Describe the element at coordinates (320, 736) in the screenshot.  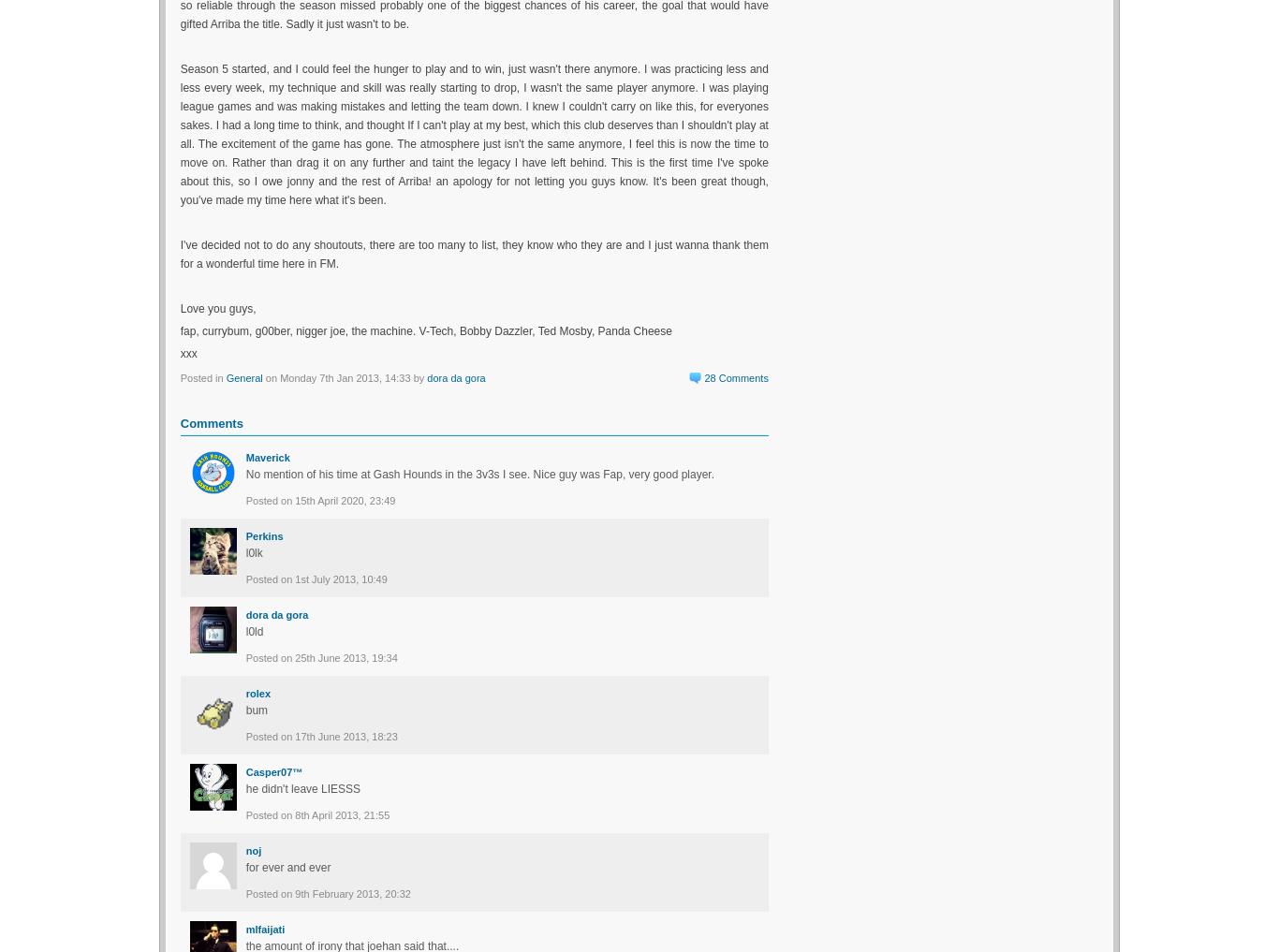
I see `'Posted on 17th June 2013, 18:23'` at that location.